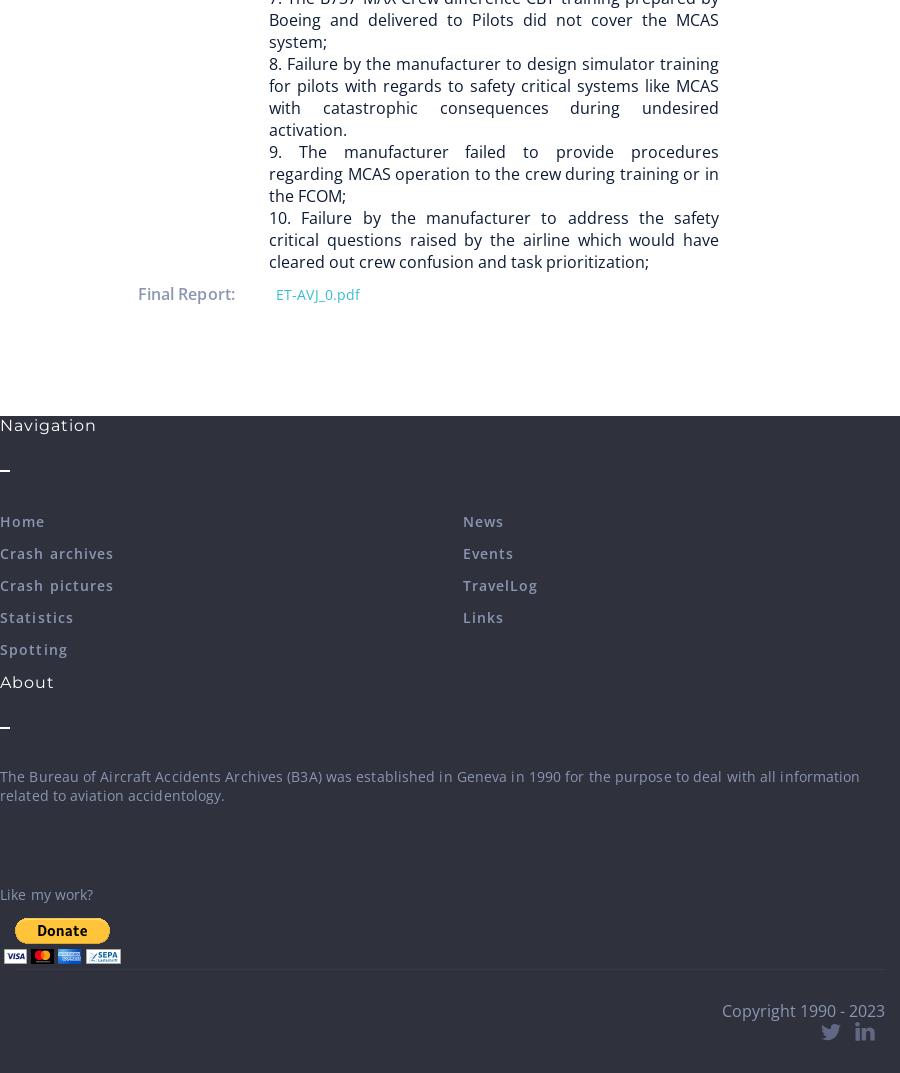 The image size is (900, 1073). I want to click on '8. Failure by the manufacturer to design simulator training for pilots with regards to safety critical systems like MCAS with catastrophic consequences during undesired activation.', so click(268, 96).